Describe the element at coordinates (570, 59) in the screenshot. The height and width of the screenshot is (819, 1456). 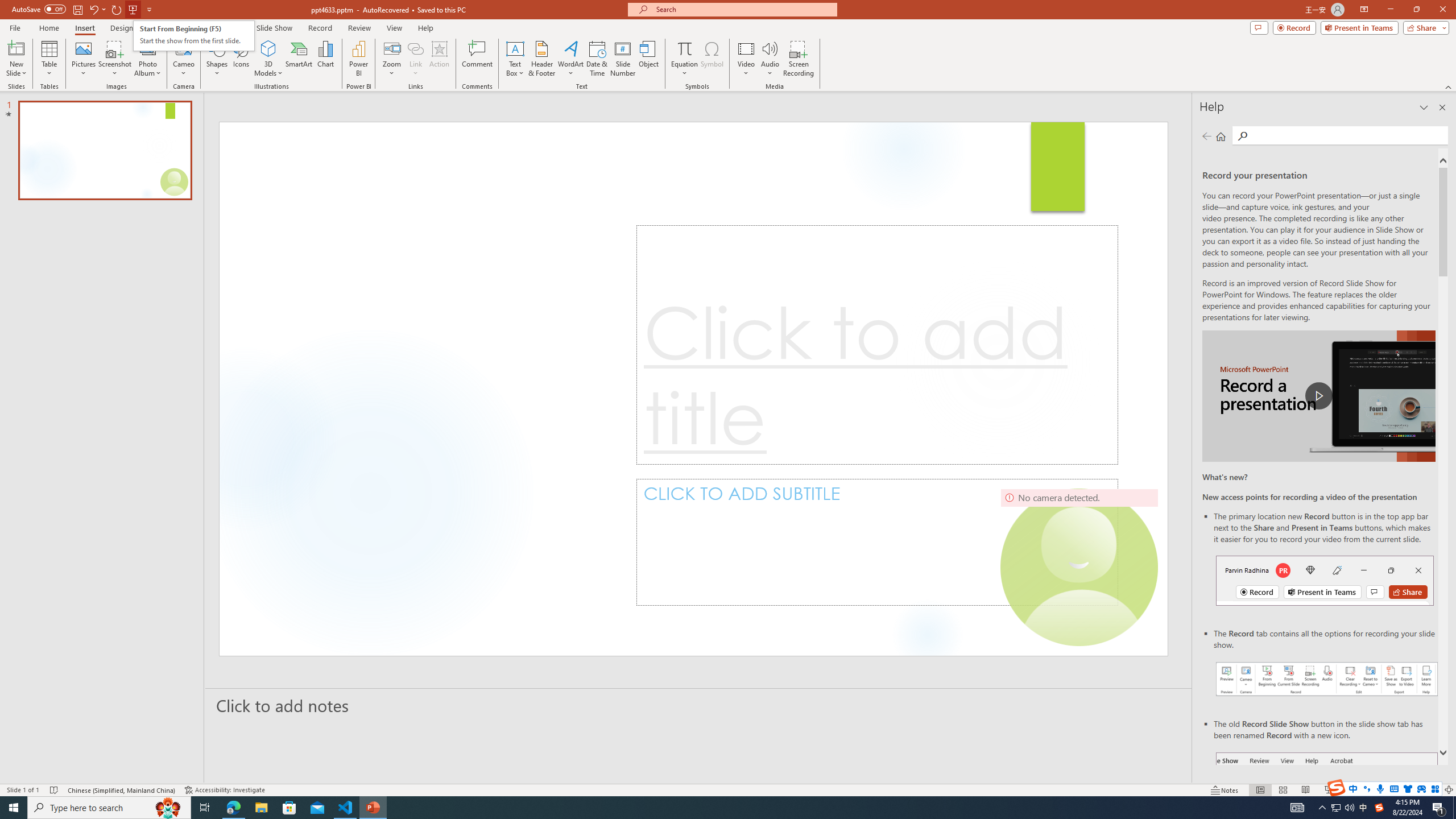
I see `'WordArt'` at that location.